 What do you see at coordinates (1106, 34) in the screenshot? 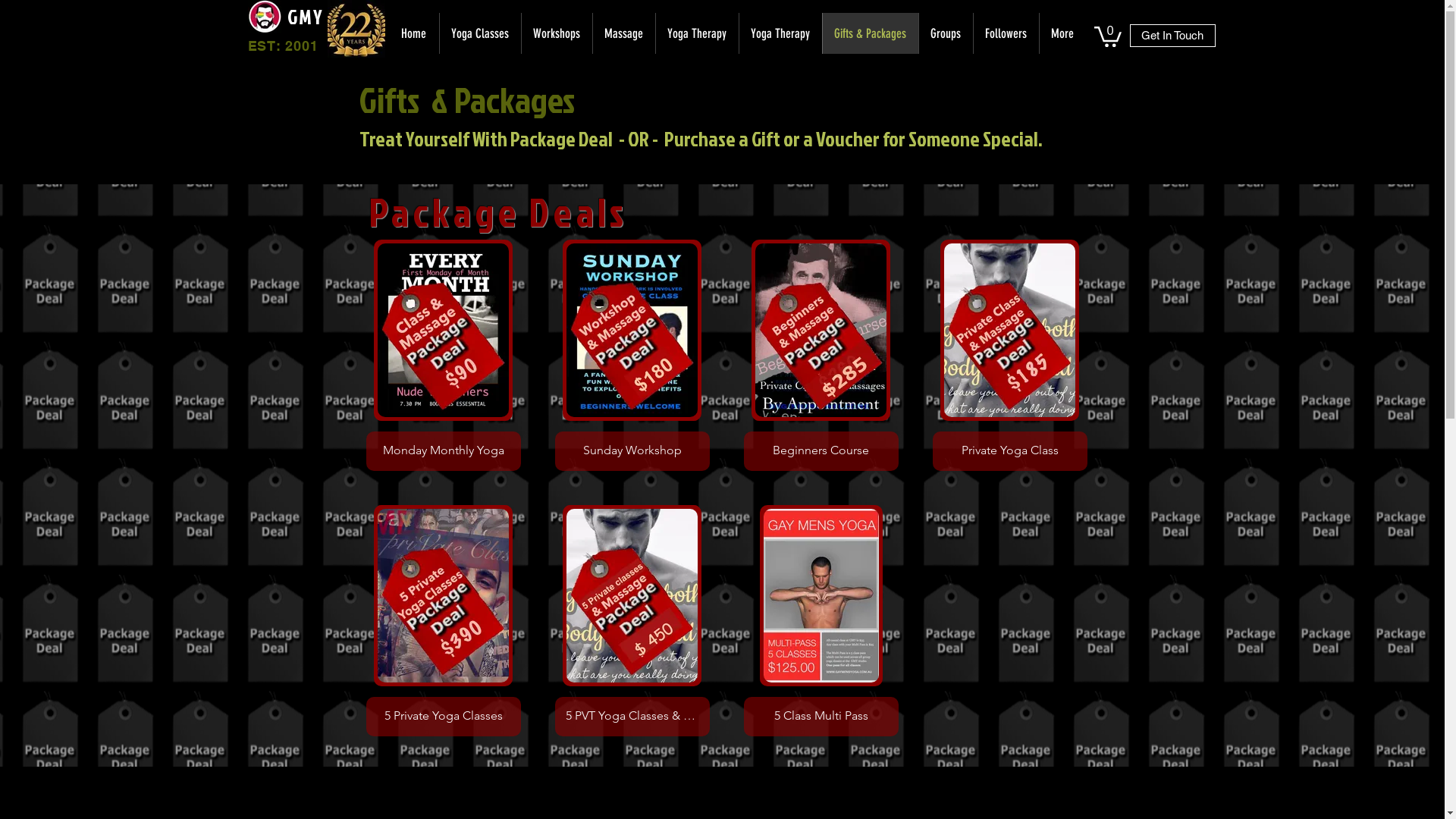
I see `'0'` at bounding box center [1106, 34].